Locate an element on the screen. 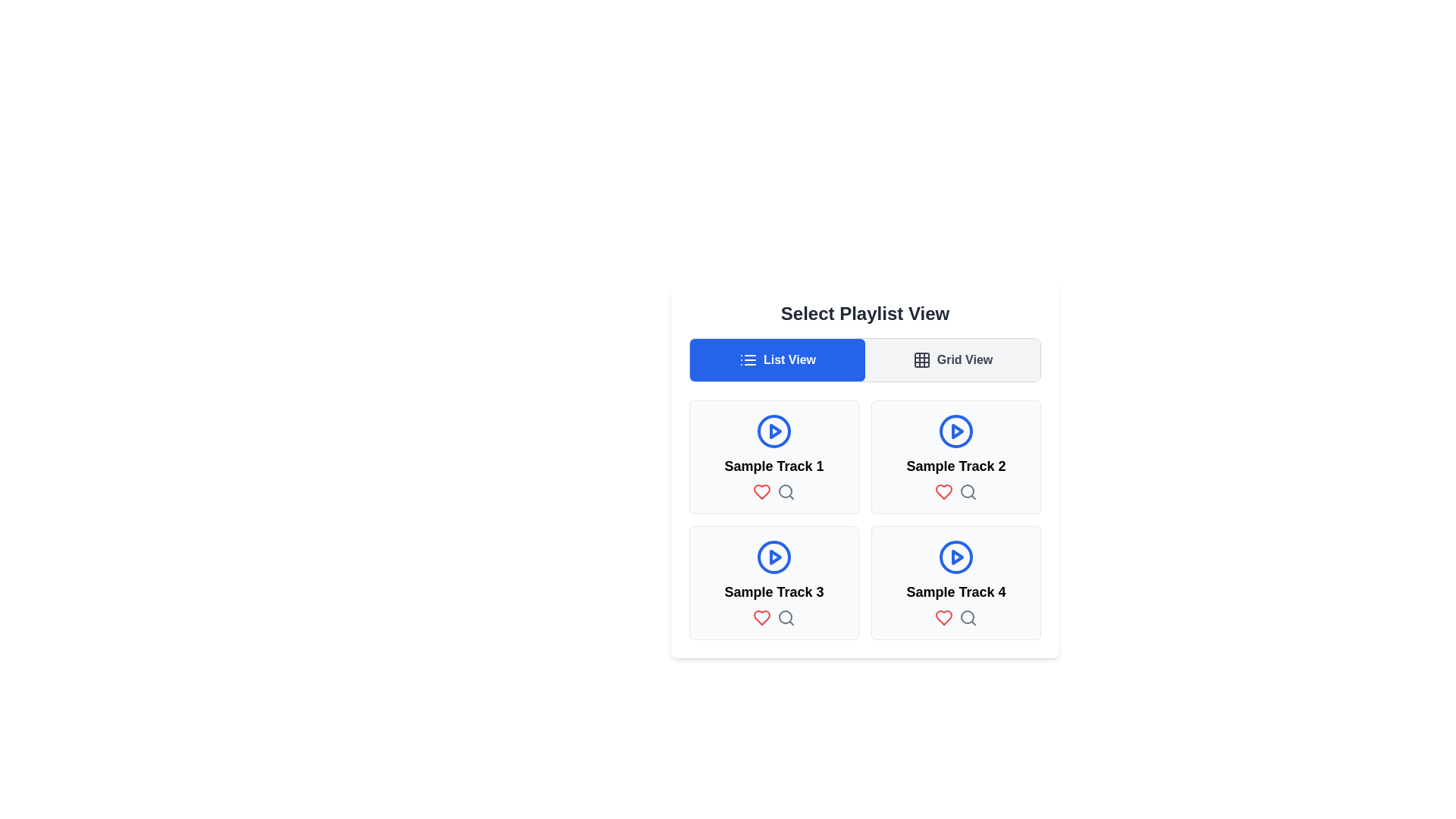  the play button icon located in the bottom-right corner of the card titled 'Sample Track 4' is located at coordinates (955, 557).